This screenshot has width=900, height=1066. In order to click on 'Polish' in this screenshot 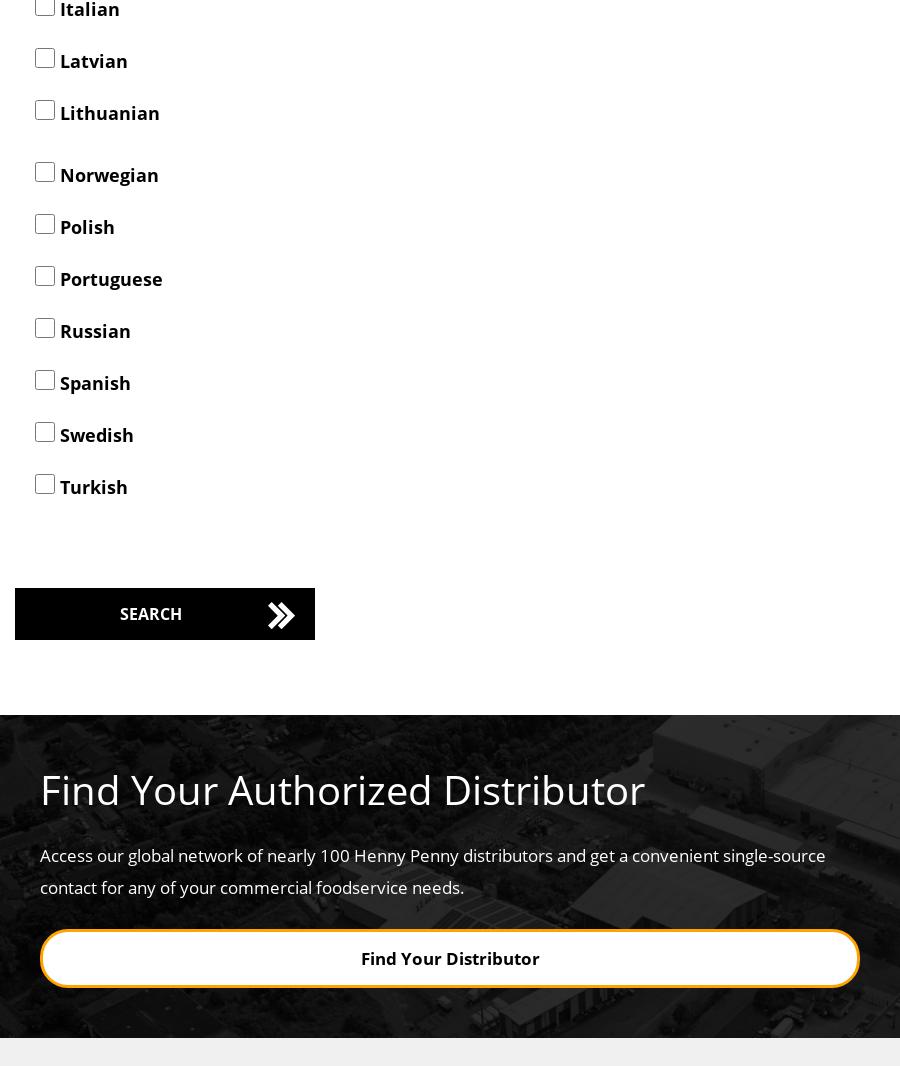, I will do `click(83, 224)`.